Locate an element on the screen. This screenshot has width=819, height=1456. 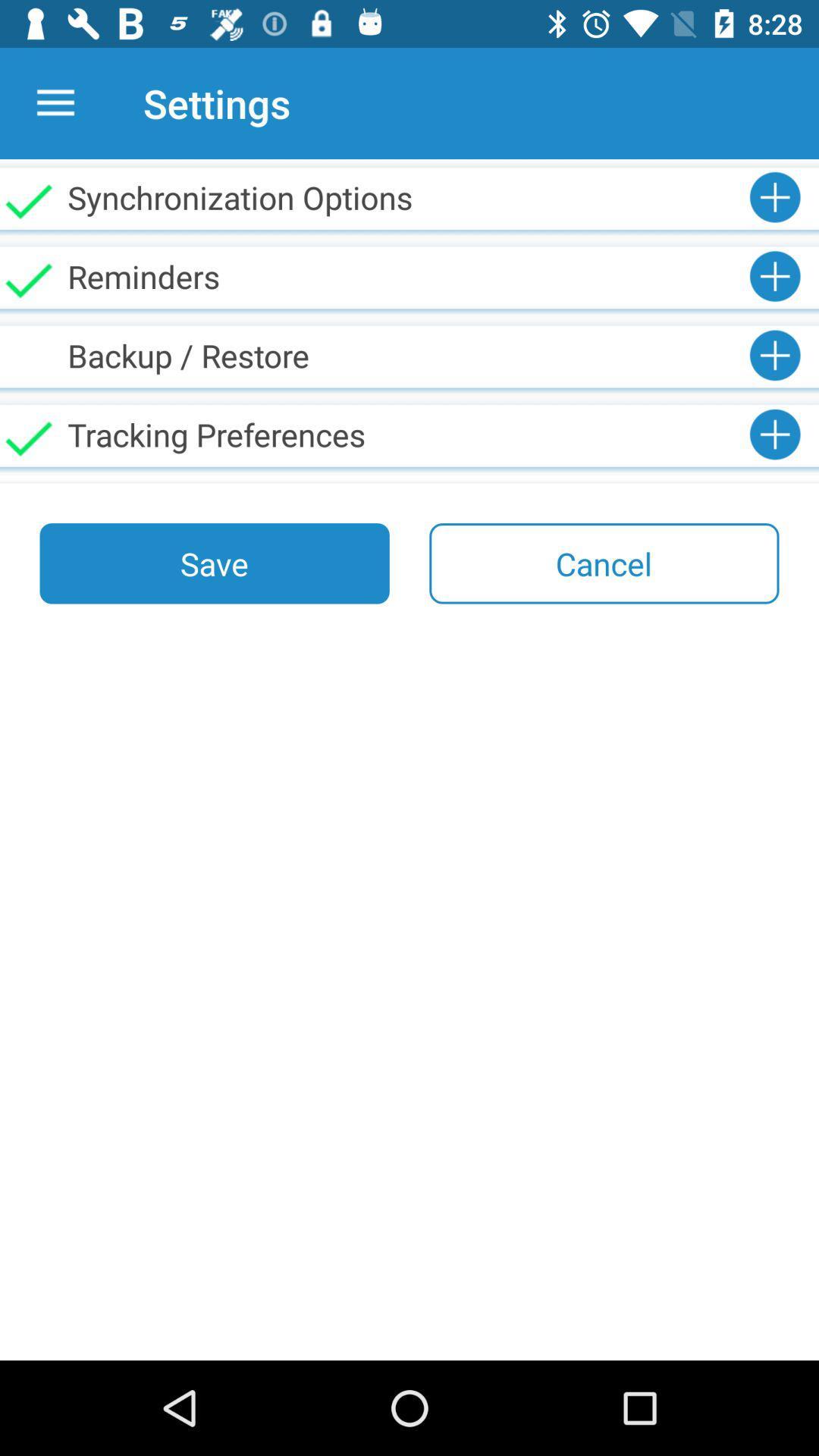
the cancel item is located at coordinates (603, 563).